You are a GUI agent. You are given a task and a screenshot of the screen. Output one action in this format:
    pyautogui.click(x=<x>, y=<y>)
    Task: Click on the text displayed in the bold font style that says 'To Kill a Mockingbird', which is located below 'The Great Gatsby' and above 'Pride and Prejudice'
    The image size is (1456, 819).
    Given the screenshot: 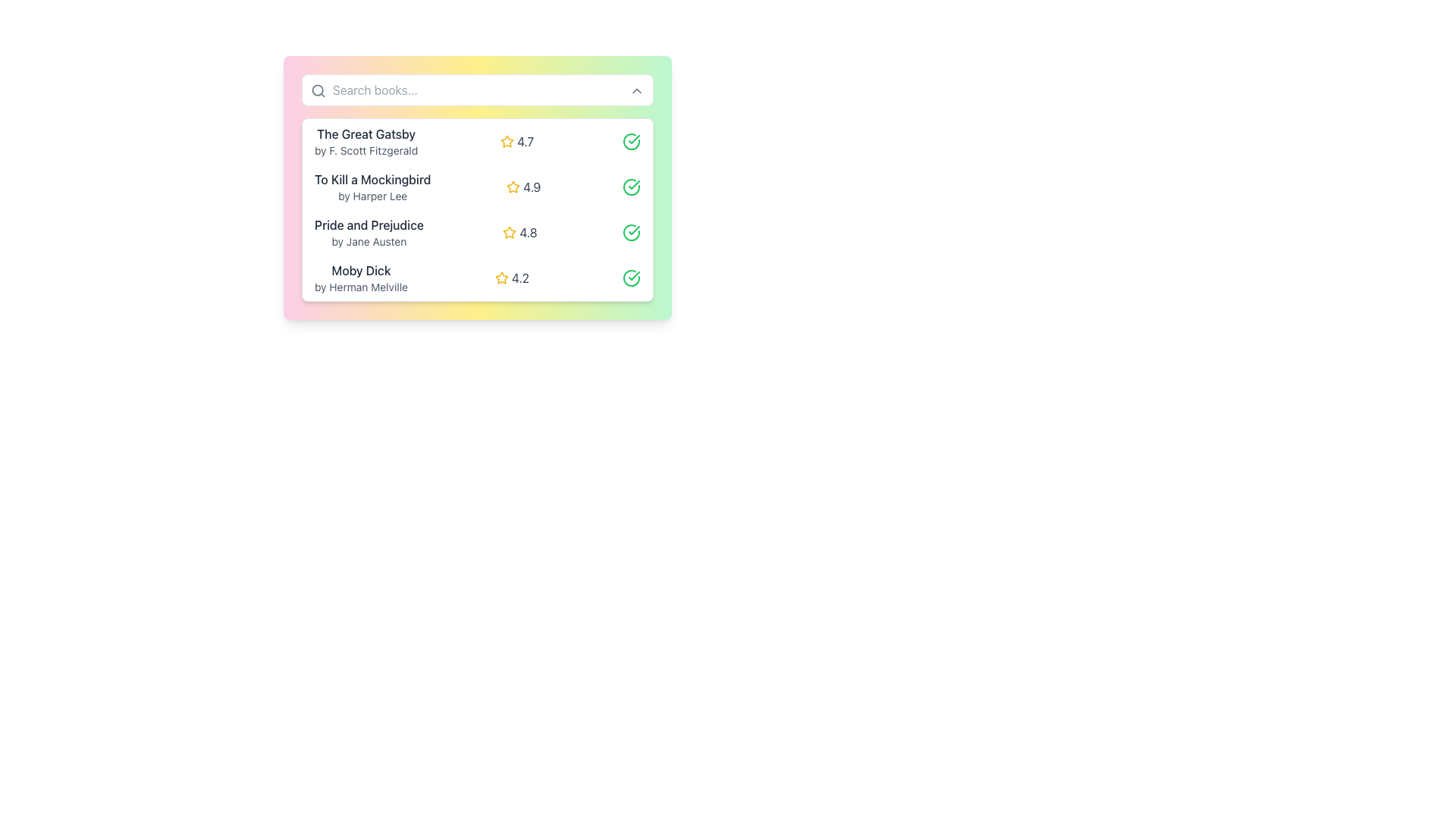 What is the action you would take?
    pyautogui.click(x=372, y=178)
    